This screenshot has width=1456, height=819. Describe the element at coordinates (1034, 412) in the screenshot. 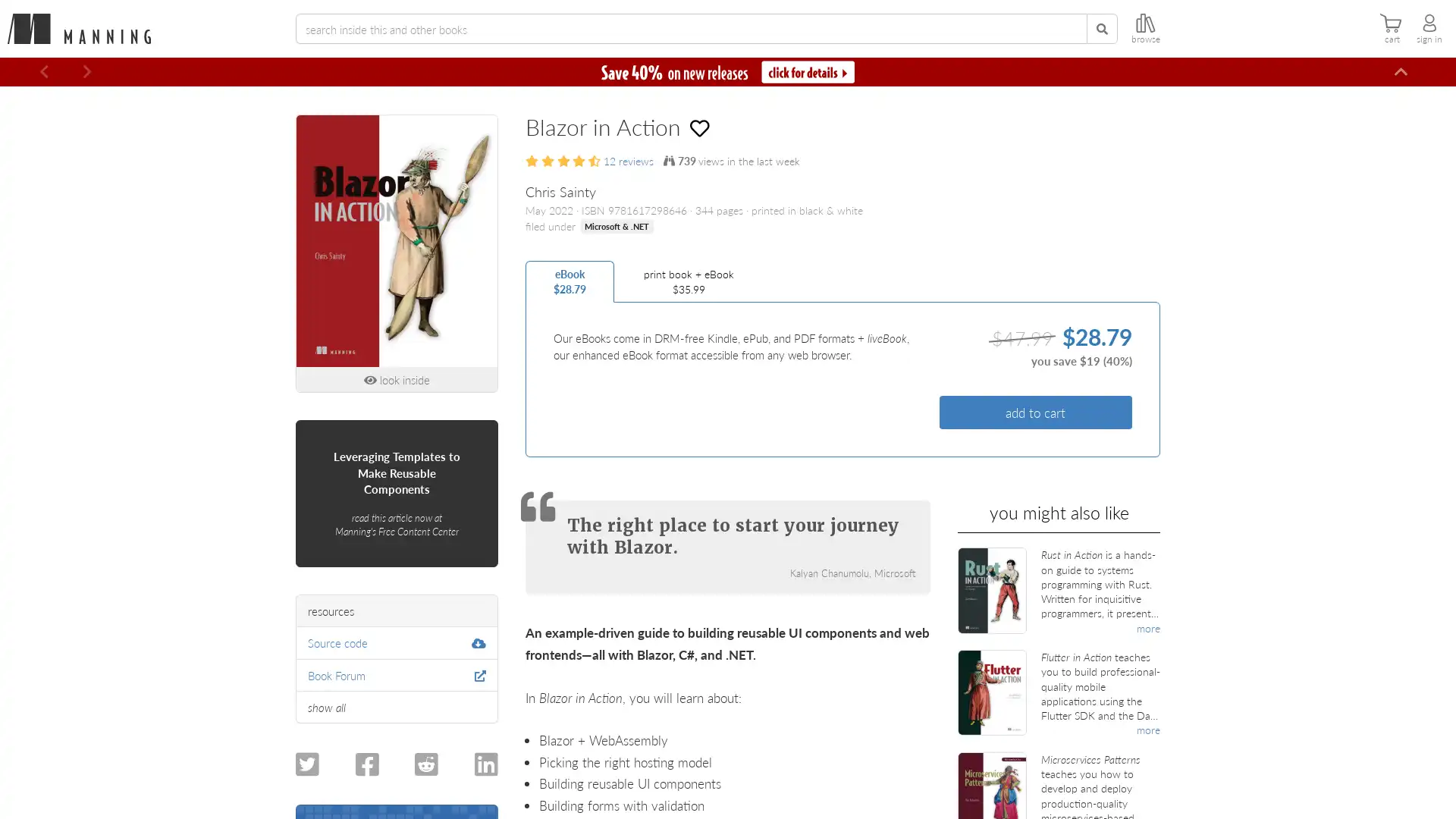

I see `add to cart` at that location.